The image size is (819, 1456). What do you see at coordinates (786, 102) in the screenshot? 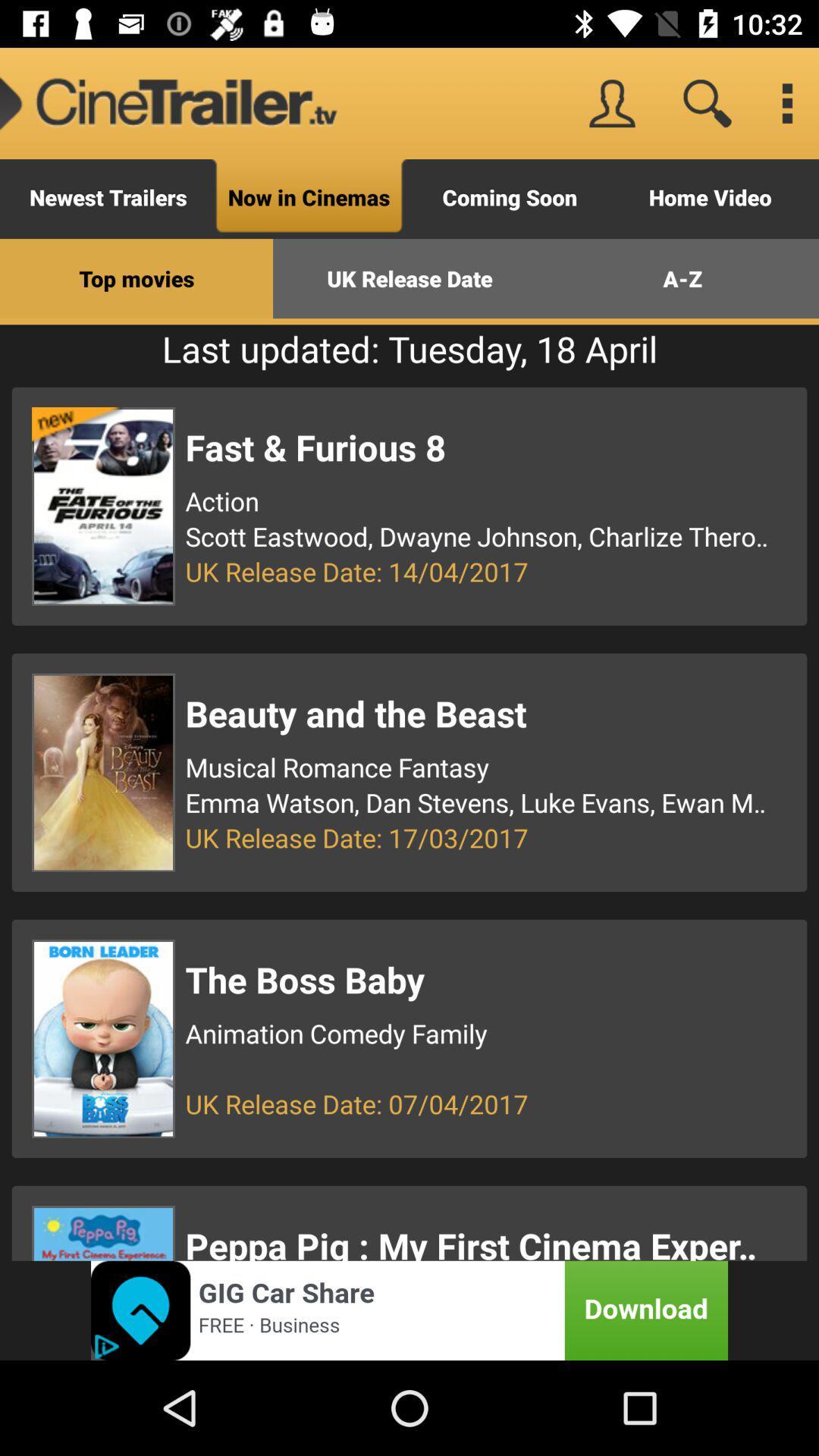
I see `settings` at bounding box center [786, 102].